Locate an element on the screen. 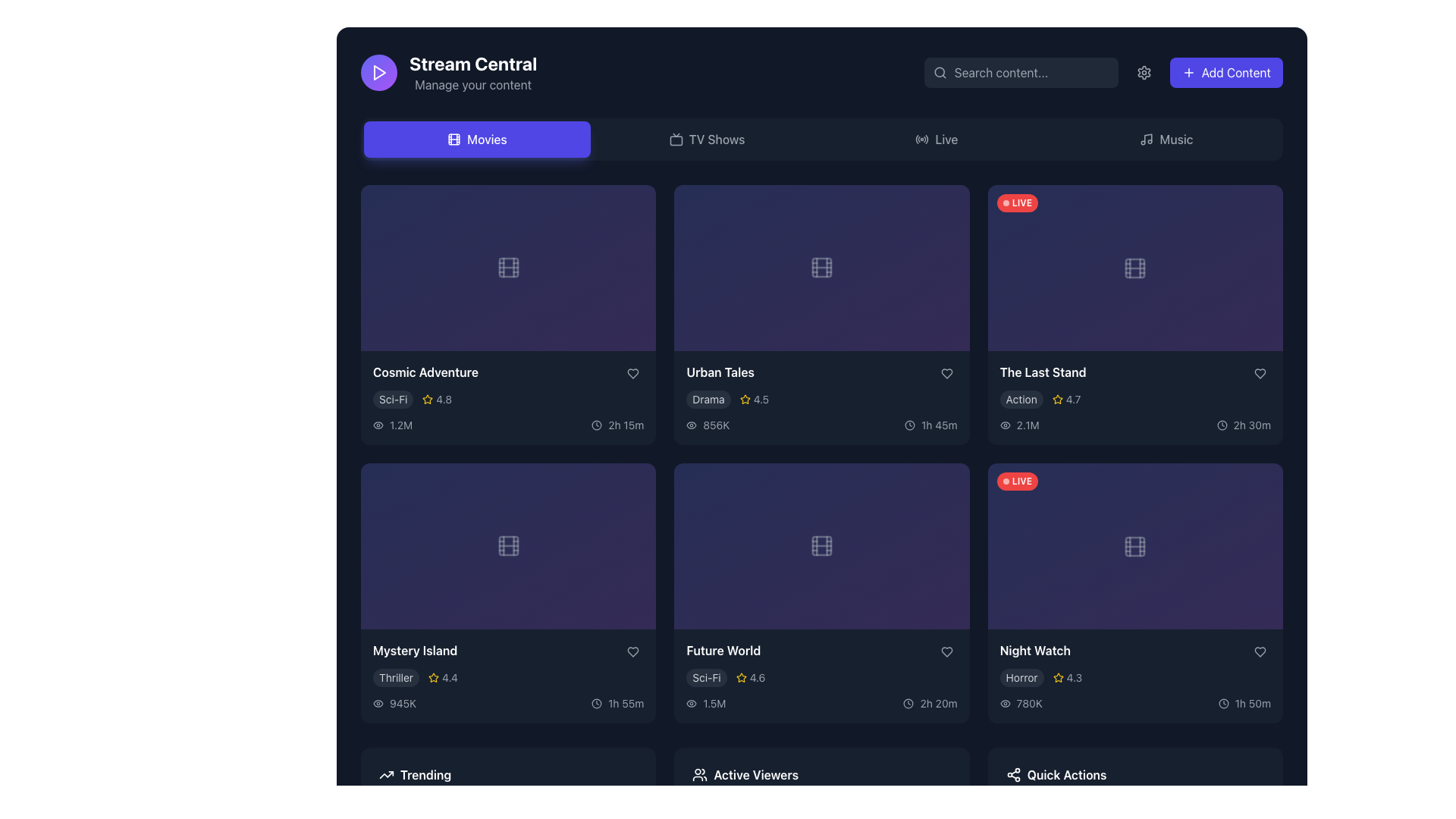 This screenshot has height=819, width=1456. the plus icon embedded in the 'Add Content' button located at the top-right corner of the interface is located at coordinates (1188, 73).